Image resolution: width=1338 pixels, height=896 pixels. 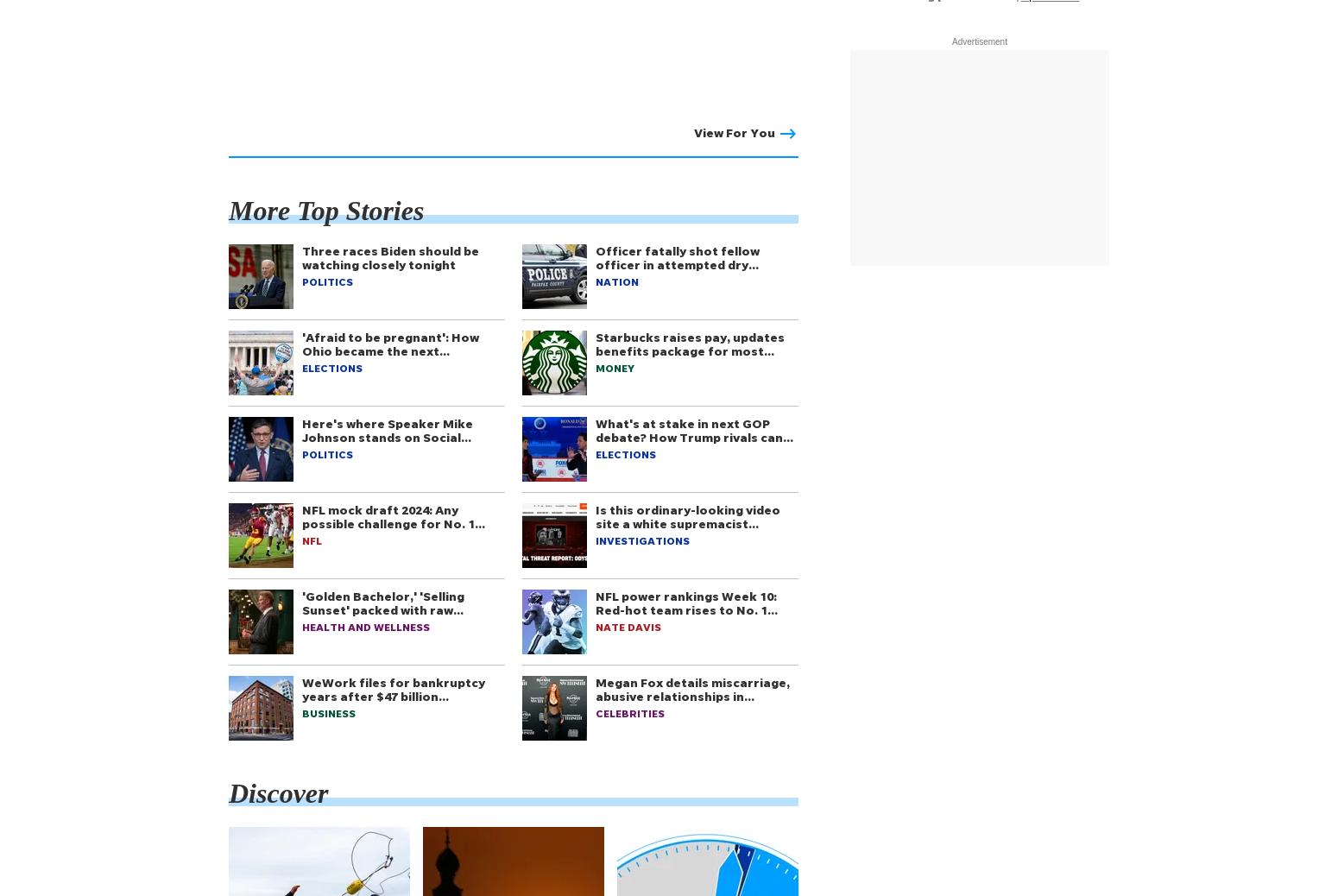 What do you see at coordinates (692, 131) in the screenshot?
I see `'View For You'` at bounding box center [692, 131].